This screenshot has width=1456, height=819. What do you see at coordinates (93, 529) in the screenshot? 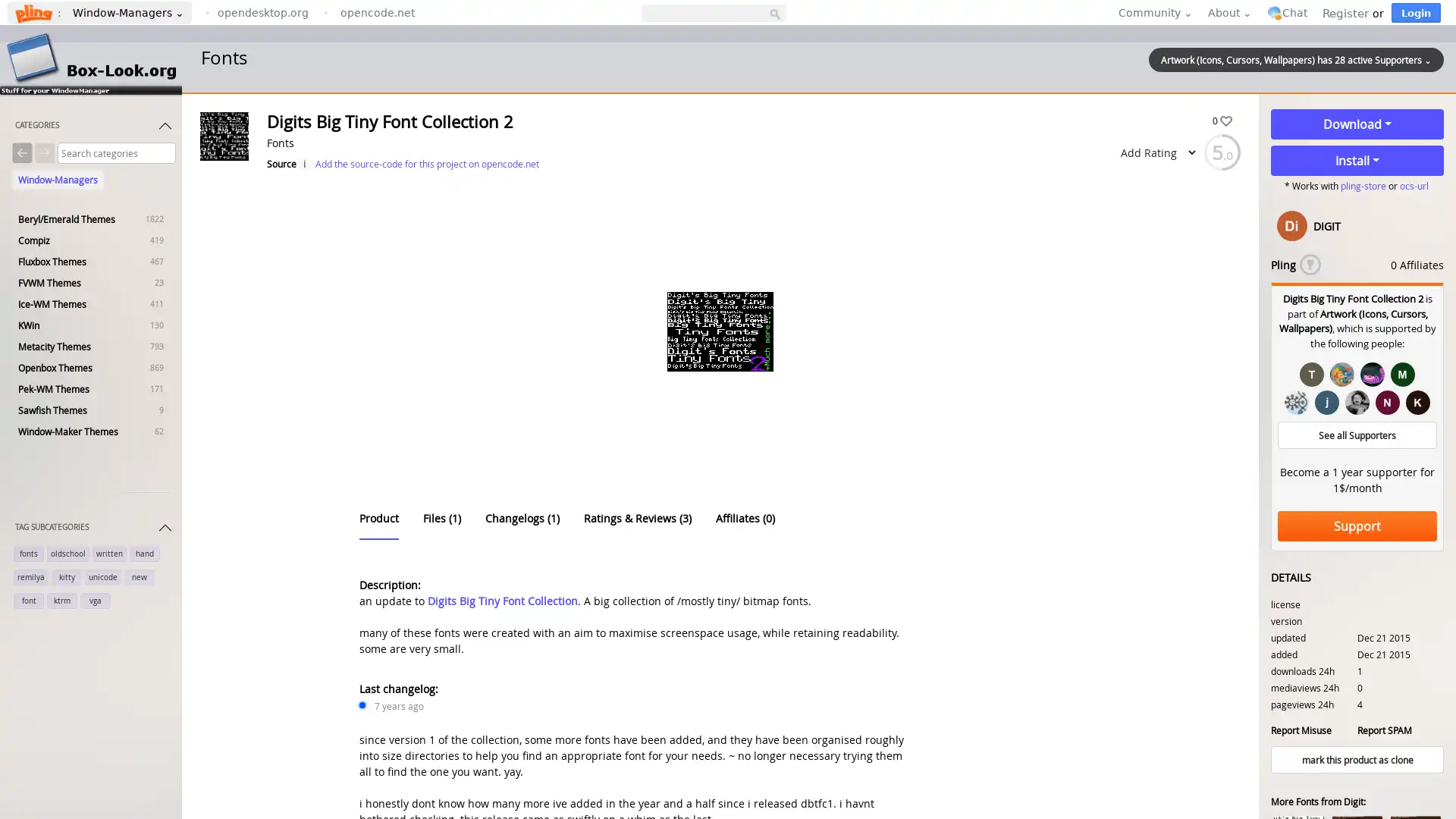
I see `TAG SUBCATEGORIES` at bounding box center [93, 529].